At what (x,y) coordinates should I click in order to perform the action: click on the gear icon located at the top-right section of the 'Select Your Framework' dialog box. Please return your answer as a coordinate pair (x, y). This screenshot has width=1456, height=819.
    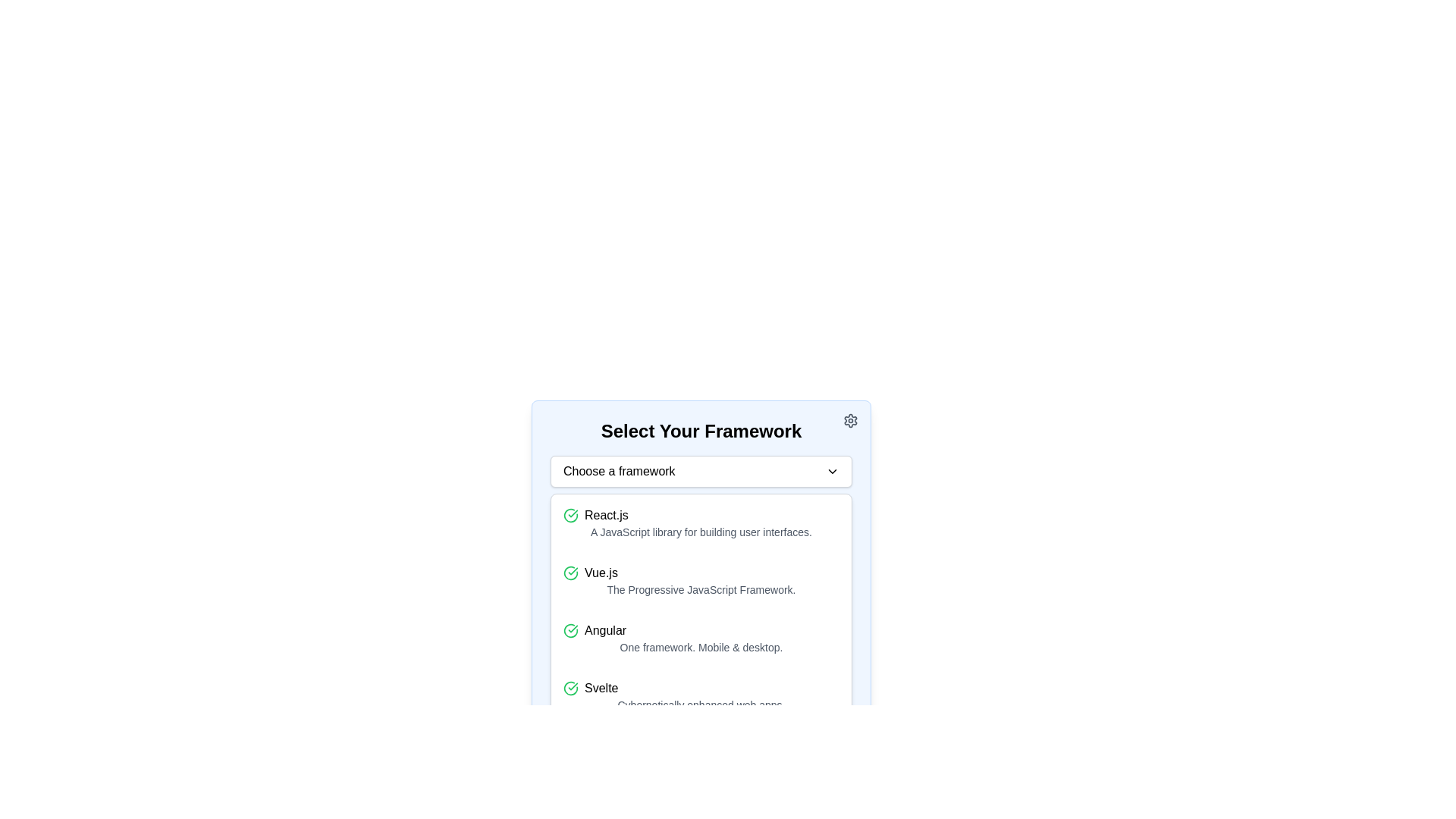
    Looking at the image, I should click on (851, 421).